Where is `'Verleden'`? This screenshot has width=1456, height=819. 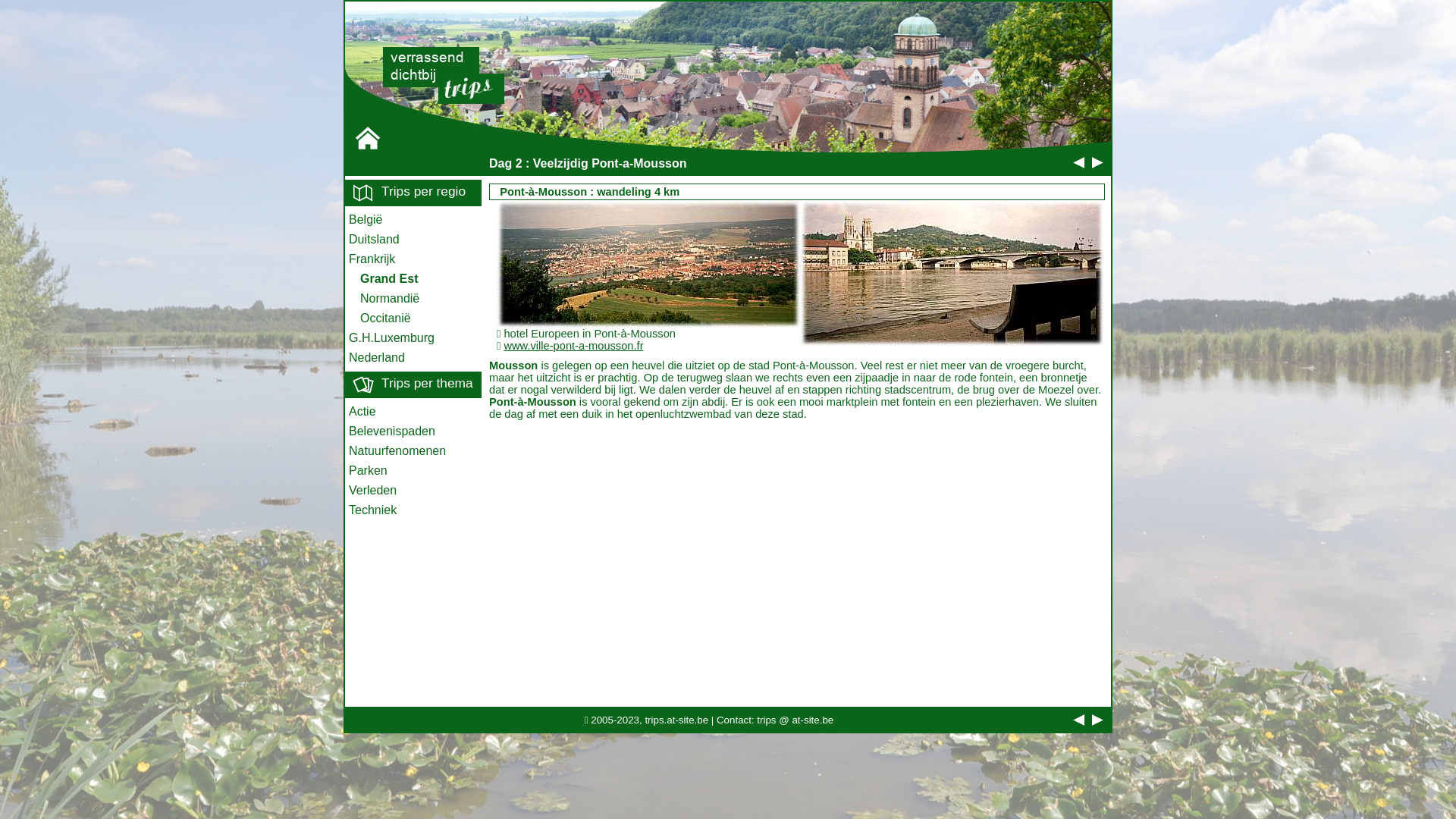 'Verleden' is located at coordinates (413, 491).